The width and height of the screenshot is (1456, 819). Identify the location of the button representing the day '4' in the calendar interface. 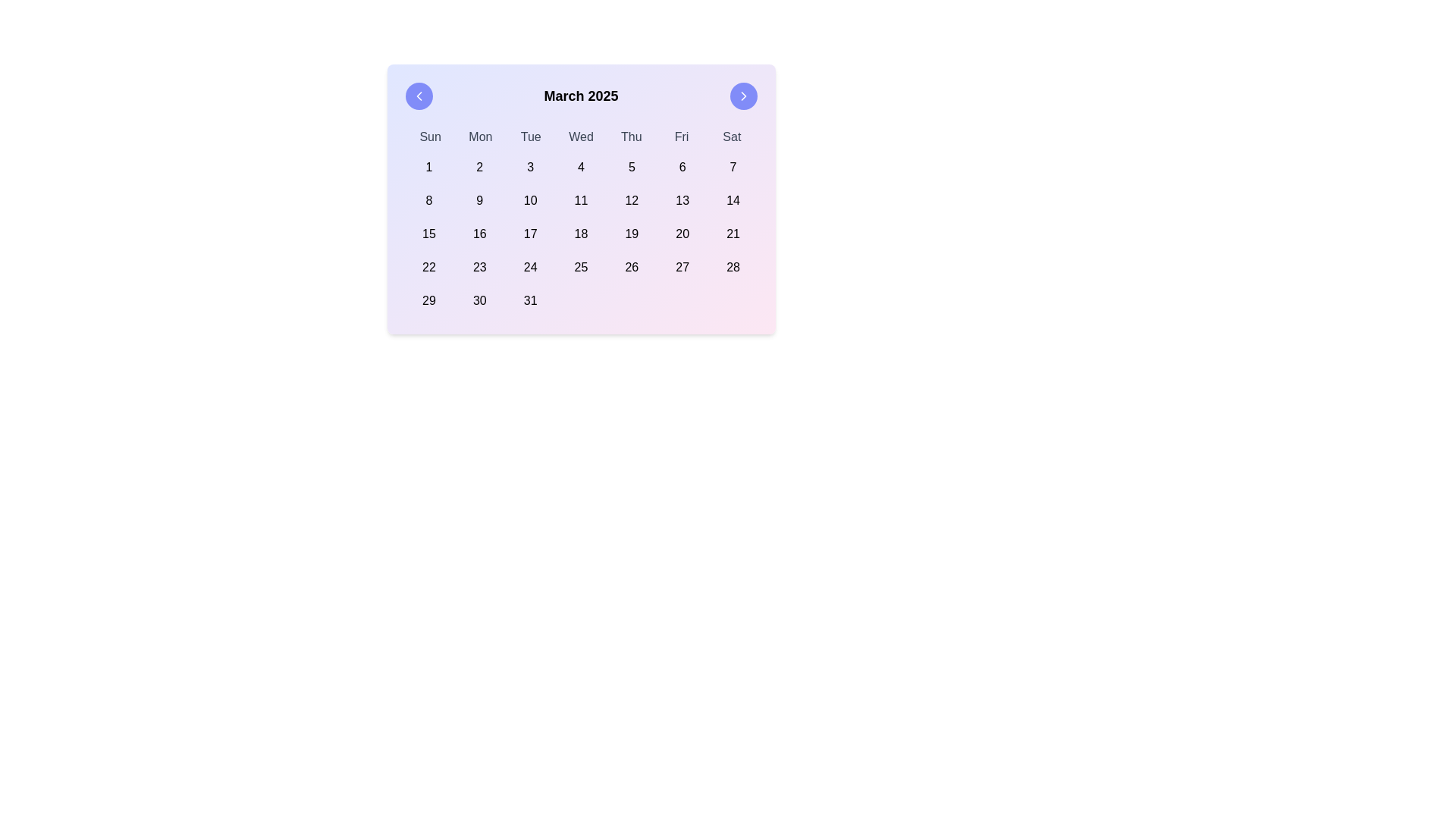
(580, 167).